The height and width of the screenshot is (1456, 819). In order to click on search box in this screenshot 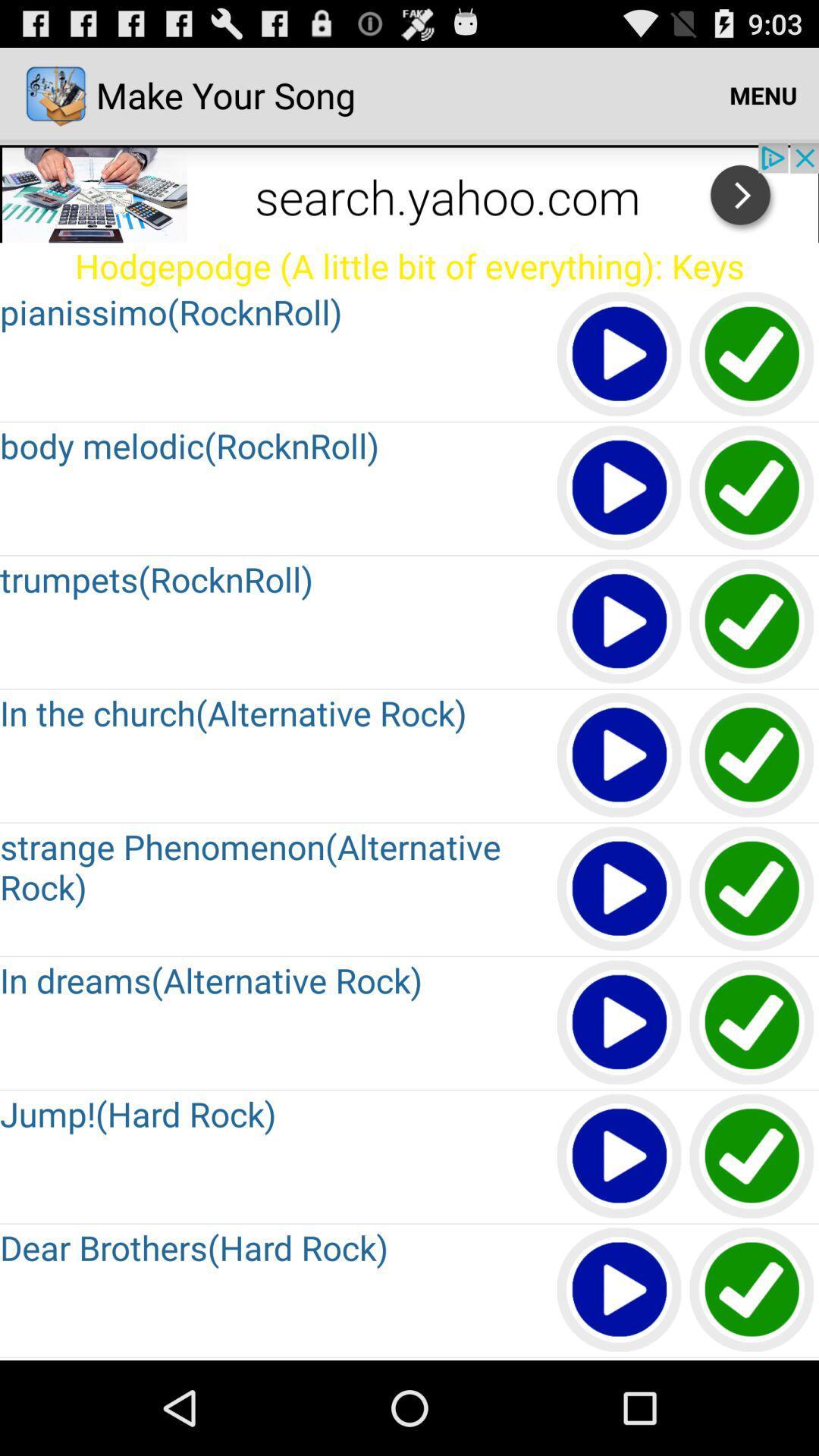, I will do `click(409, 192)`.